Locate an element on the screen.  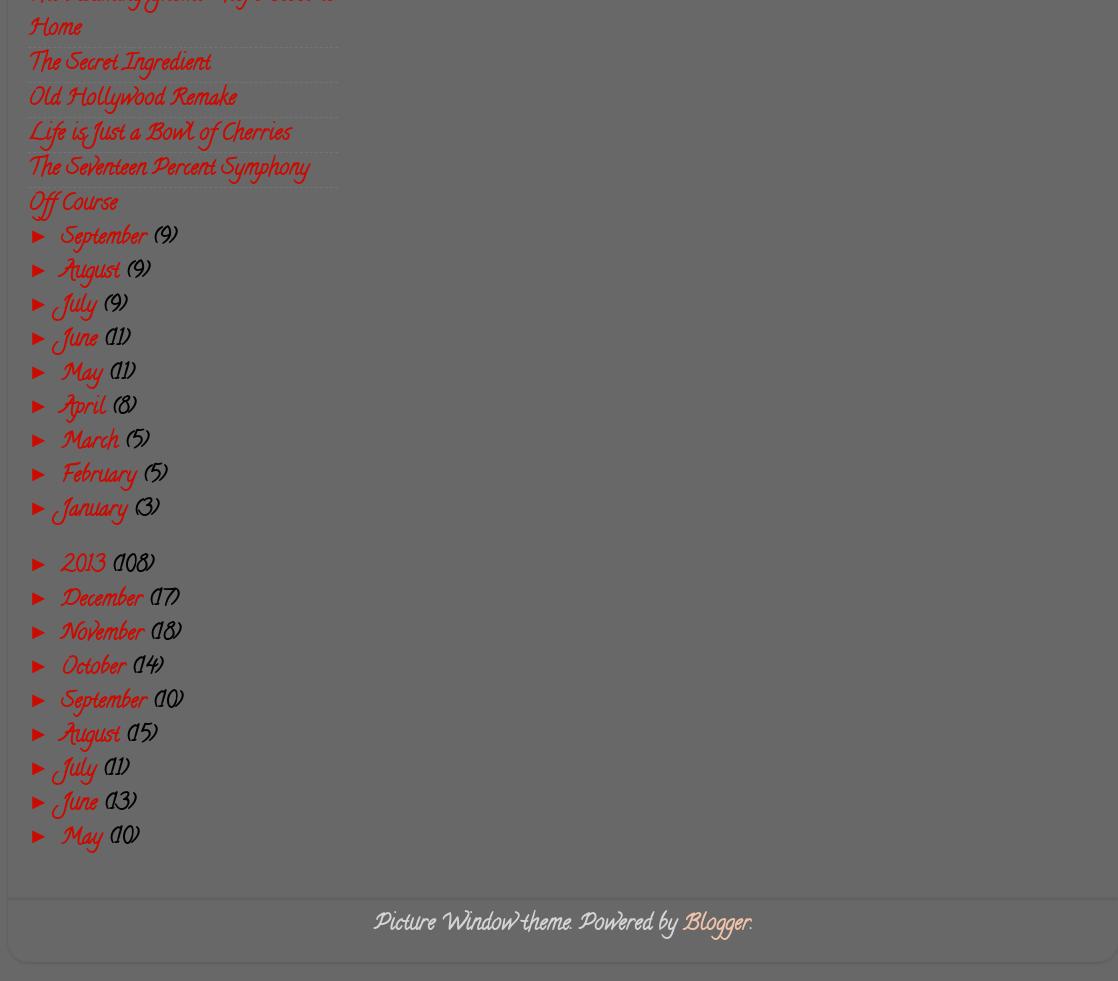
'(8)' is located at coordinates (122, 407).